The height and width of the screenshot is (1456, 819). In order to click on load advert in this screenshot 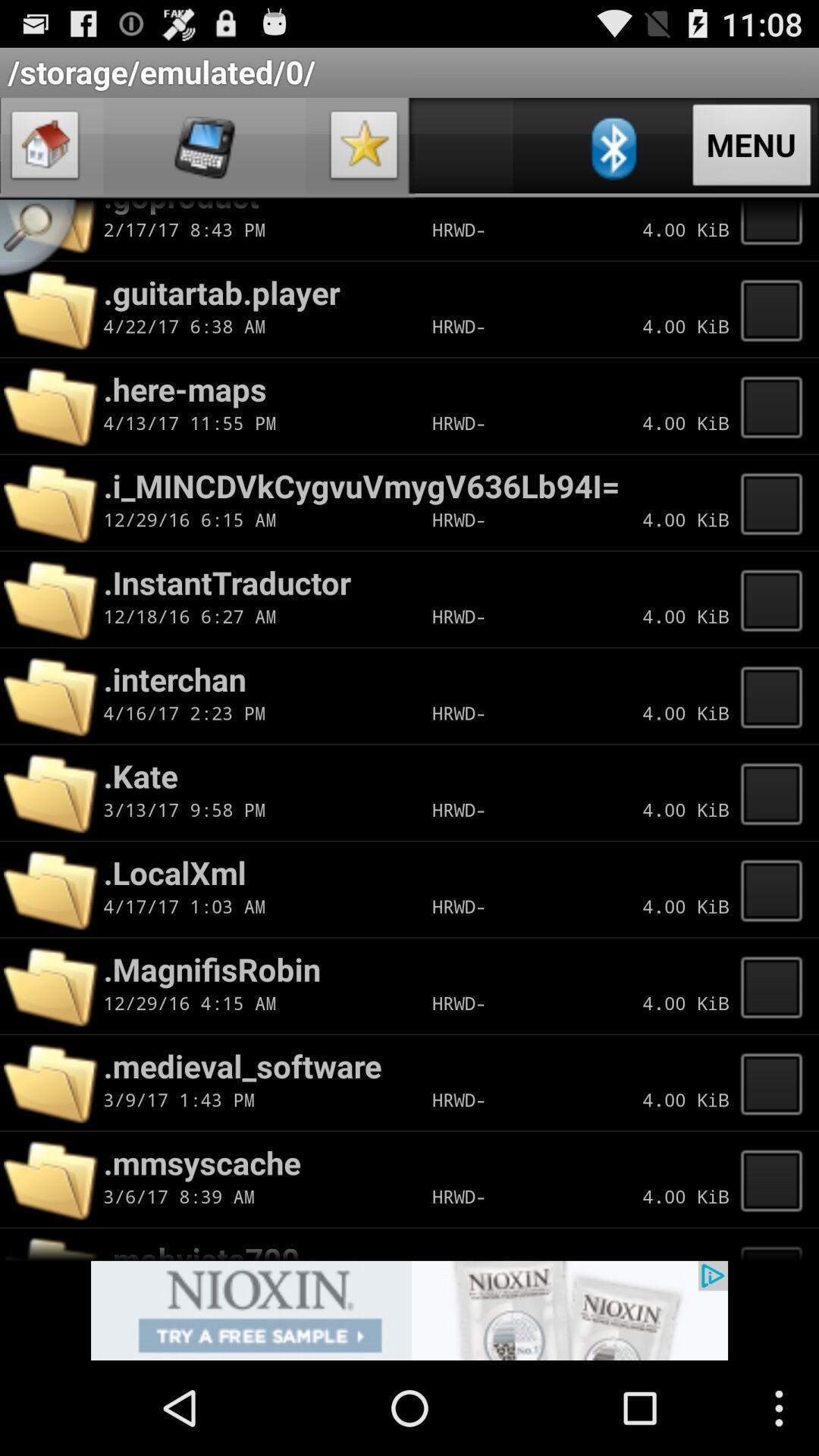, I will do `click(409, 1310)`.